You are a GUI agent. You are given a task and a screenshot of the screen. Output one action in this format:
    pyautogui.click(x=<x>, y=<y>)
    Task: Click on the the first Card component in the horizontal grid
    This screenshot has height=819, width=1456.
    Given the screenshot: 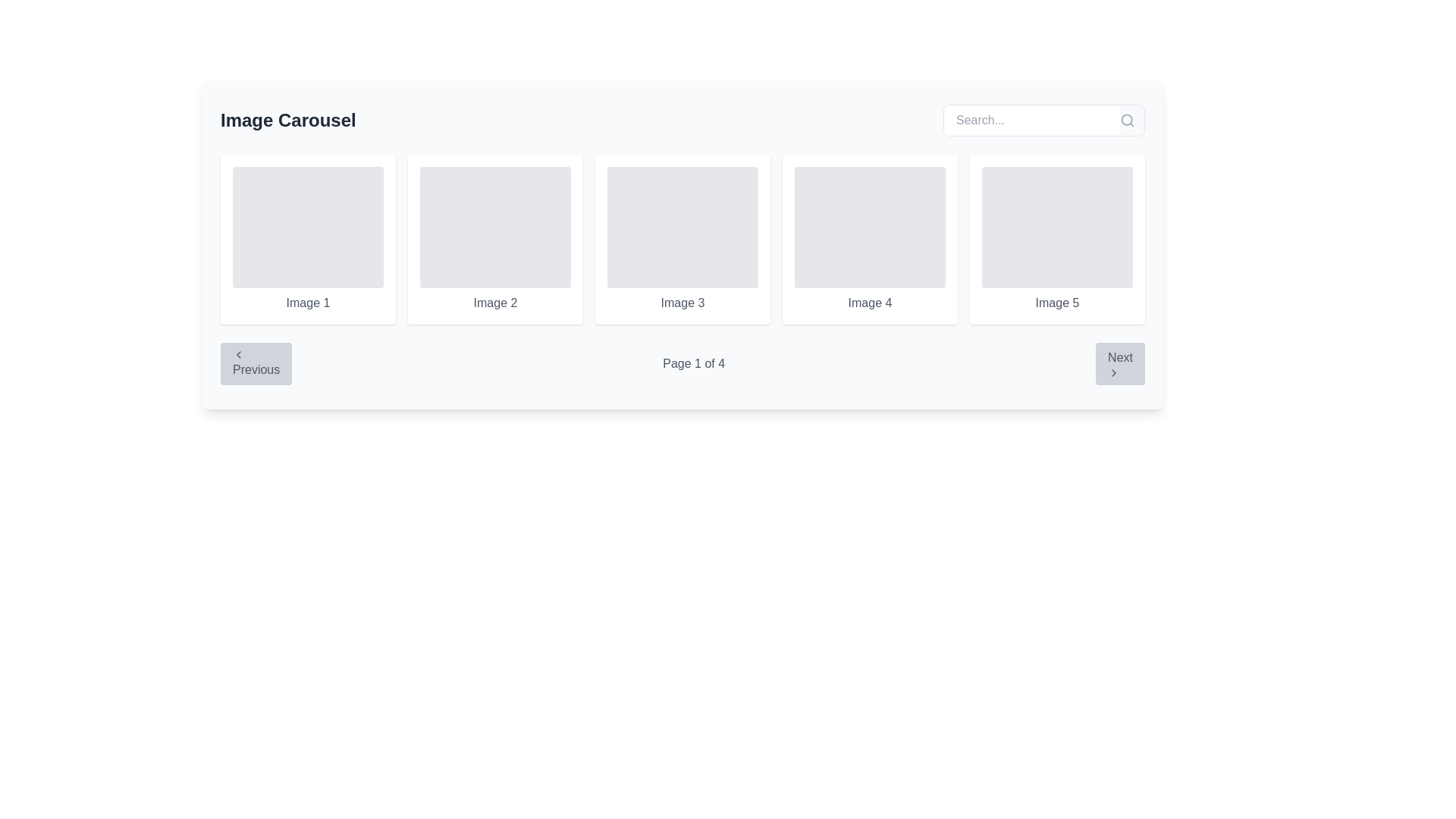 What is the action you would take?
    pyautogui.click(x=307, y=239)
    